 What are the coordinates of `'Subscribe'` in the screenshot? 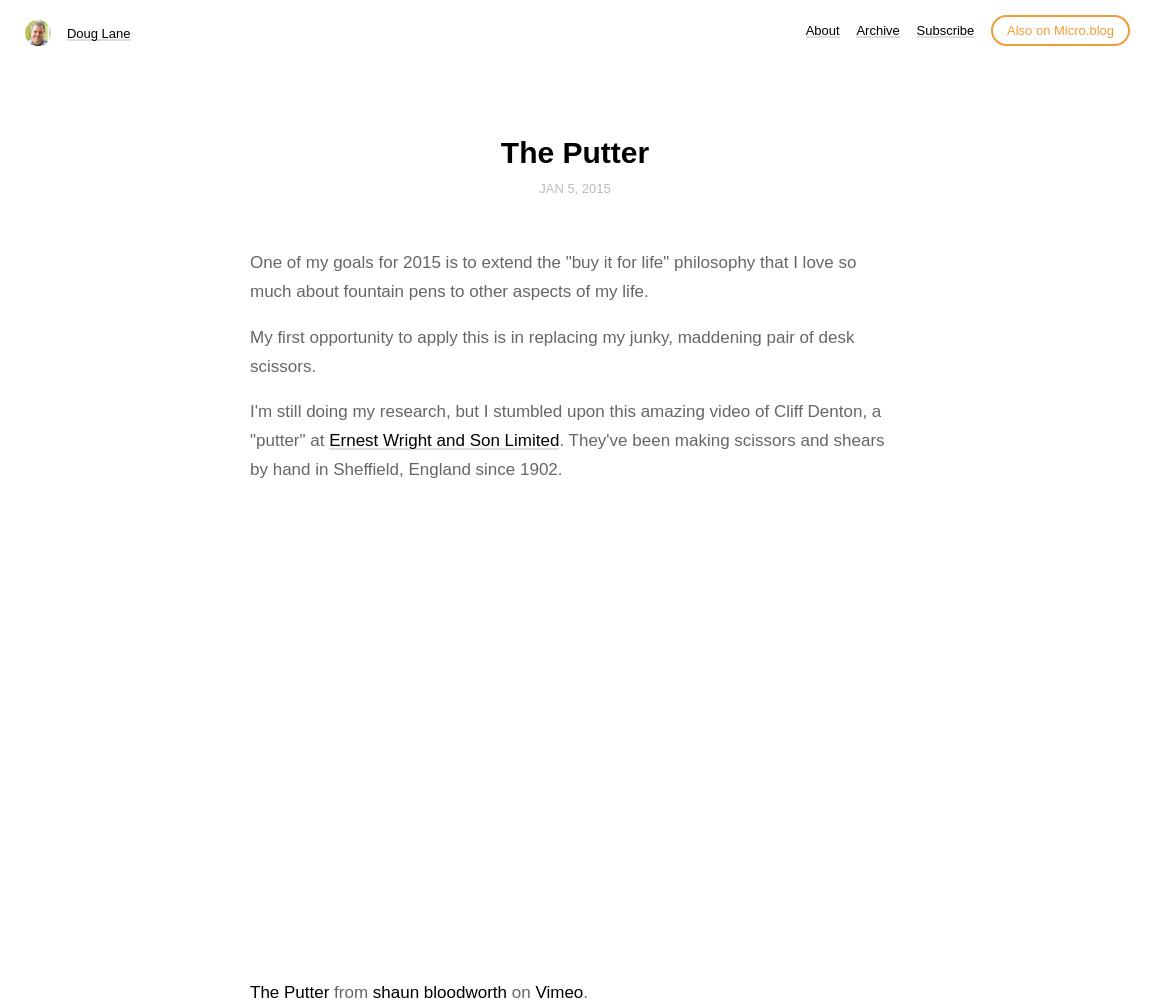 It's located at (944, 30).